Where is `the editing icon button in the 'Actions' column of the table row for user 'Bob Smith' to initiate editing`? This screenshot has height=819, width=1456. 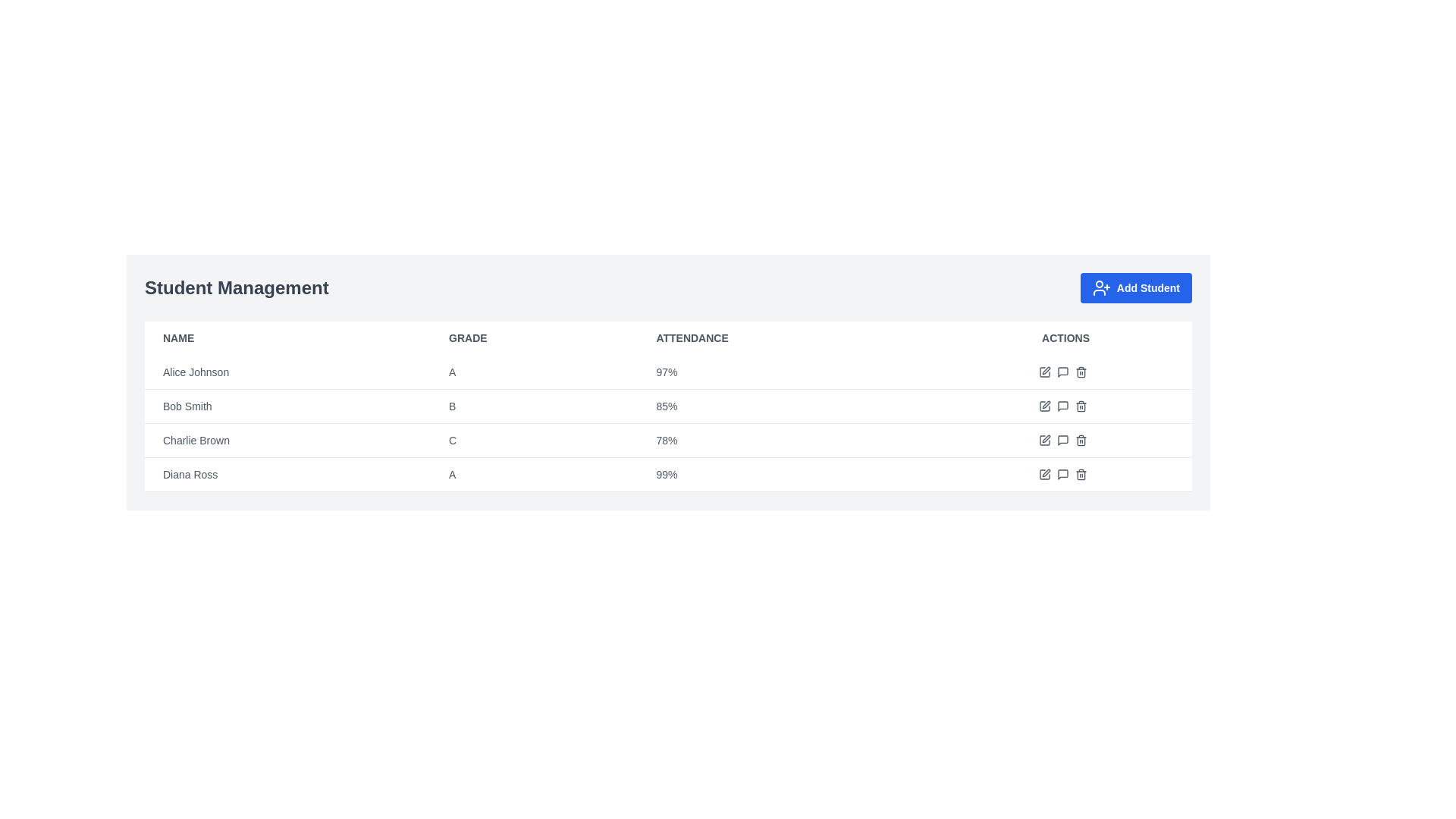 the editing icon button in the 'Actions' column of the table row for user 'Bob Smith' to initiate editing is located at coordinates (1045, 403).